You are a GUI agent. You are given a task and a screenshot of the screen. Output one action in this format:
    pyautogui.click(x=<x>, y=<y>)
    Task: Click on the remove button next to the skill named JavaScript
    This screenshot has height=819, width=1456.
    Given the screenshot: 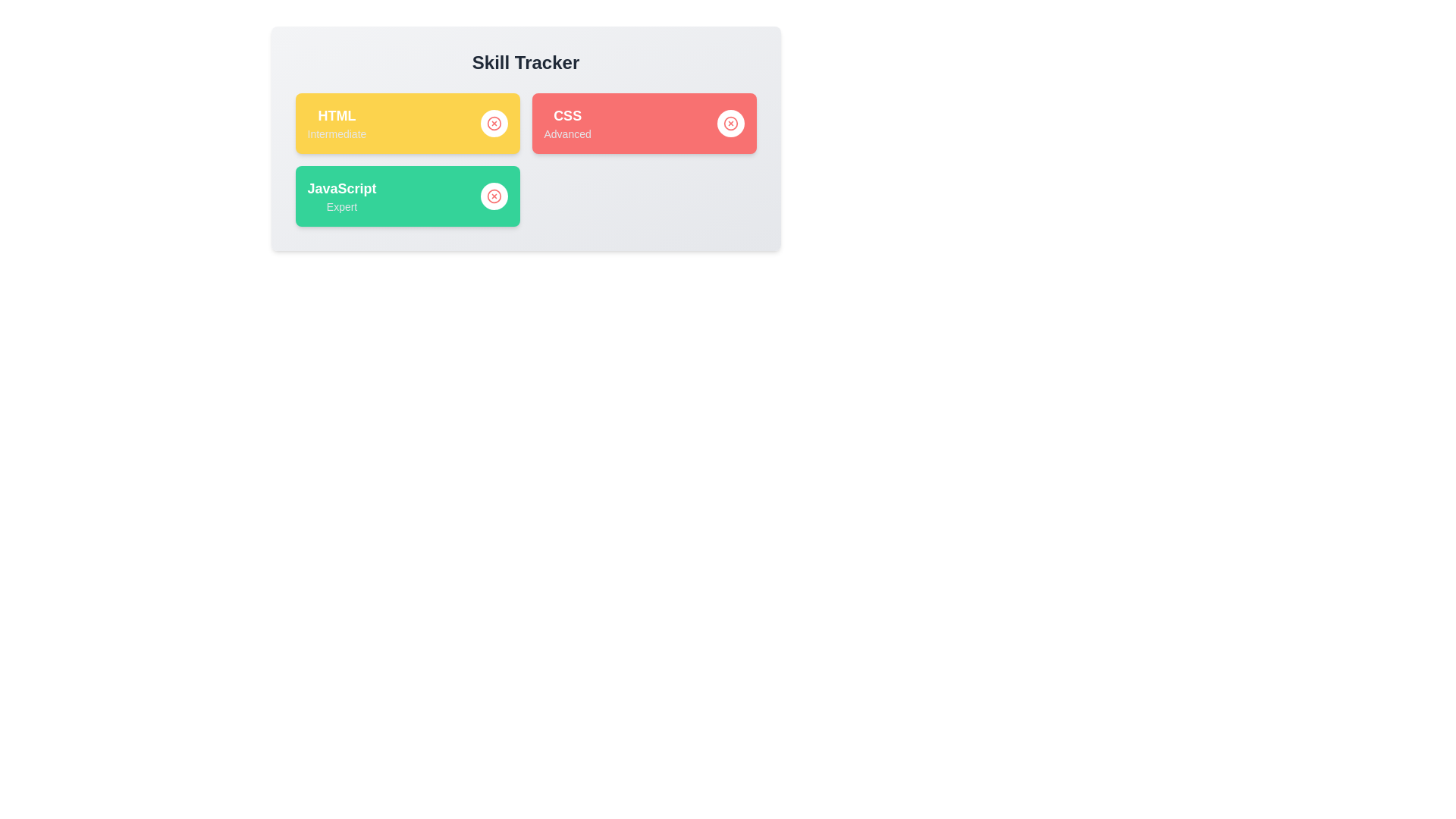 What is the action you would take?
    pyautogui.click(x=494, y=195)
    